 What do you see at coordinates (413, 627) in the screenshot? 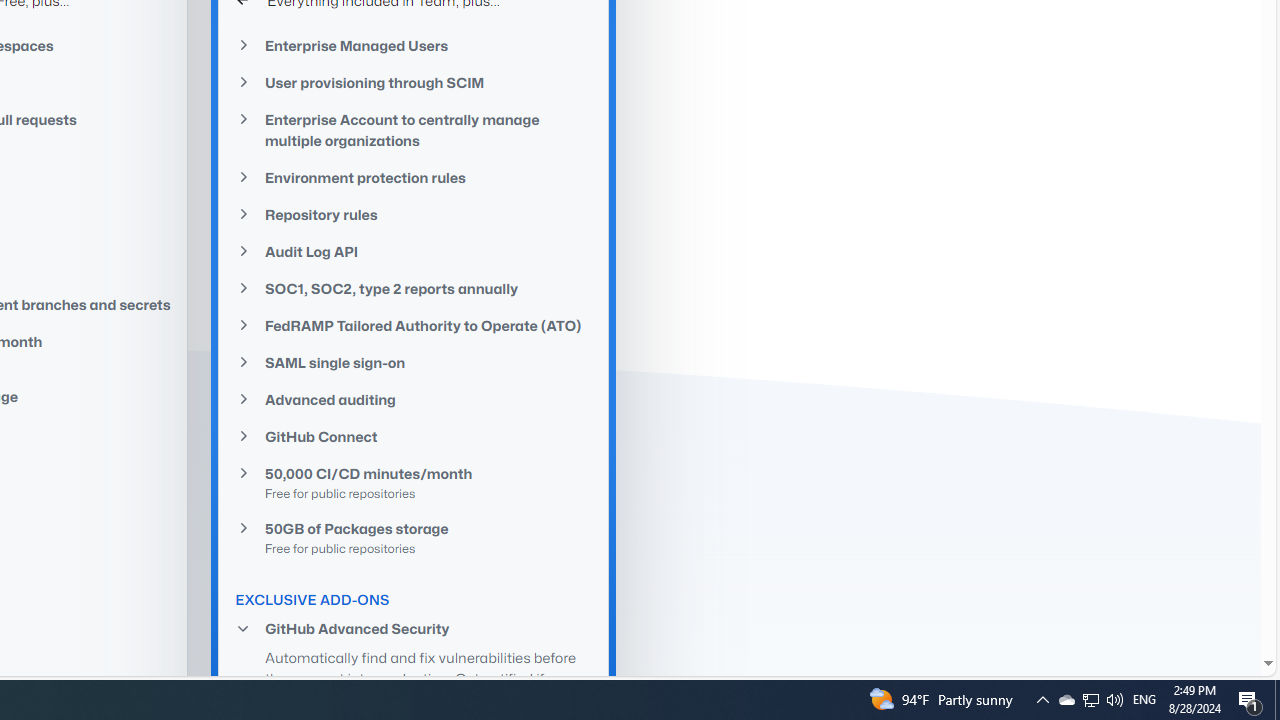
I see `'GitHub Advanced Security'` at bounding box center [413, 627].